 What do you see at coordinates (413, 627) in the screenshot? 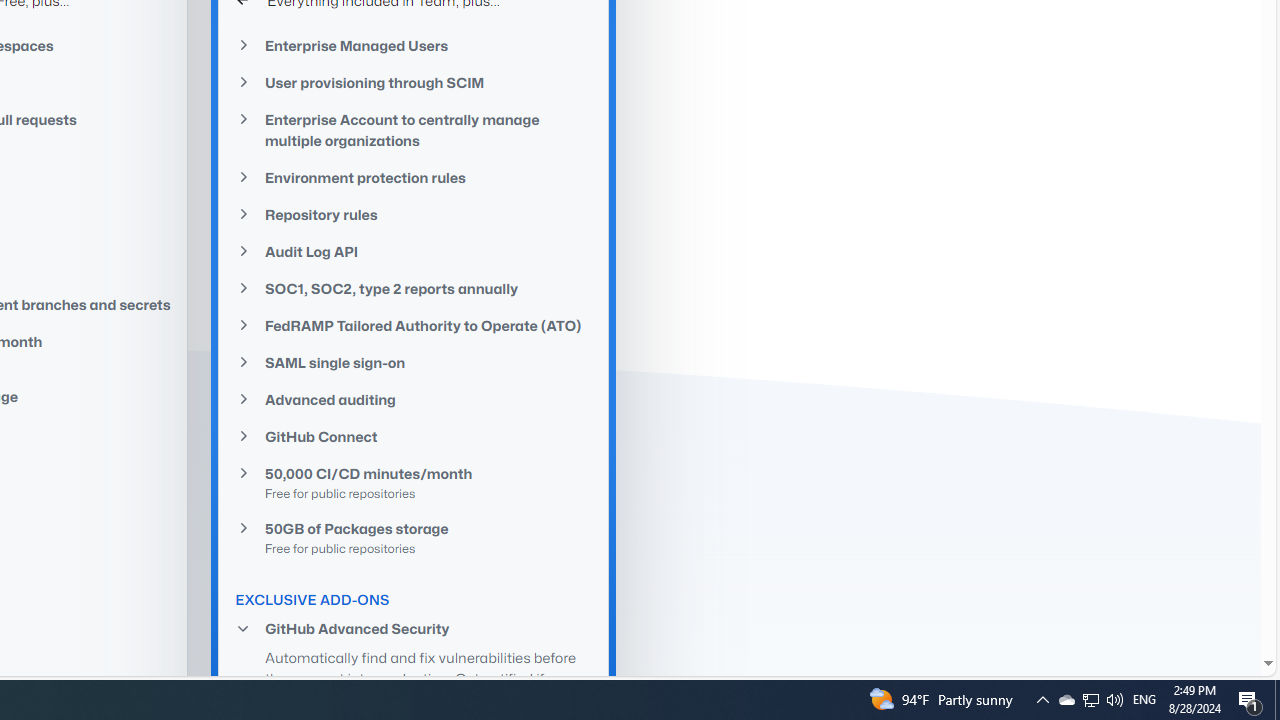
I see `'GitHub Advanced Security'` at bounding box center [413, 627].